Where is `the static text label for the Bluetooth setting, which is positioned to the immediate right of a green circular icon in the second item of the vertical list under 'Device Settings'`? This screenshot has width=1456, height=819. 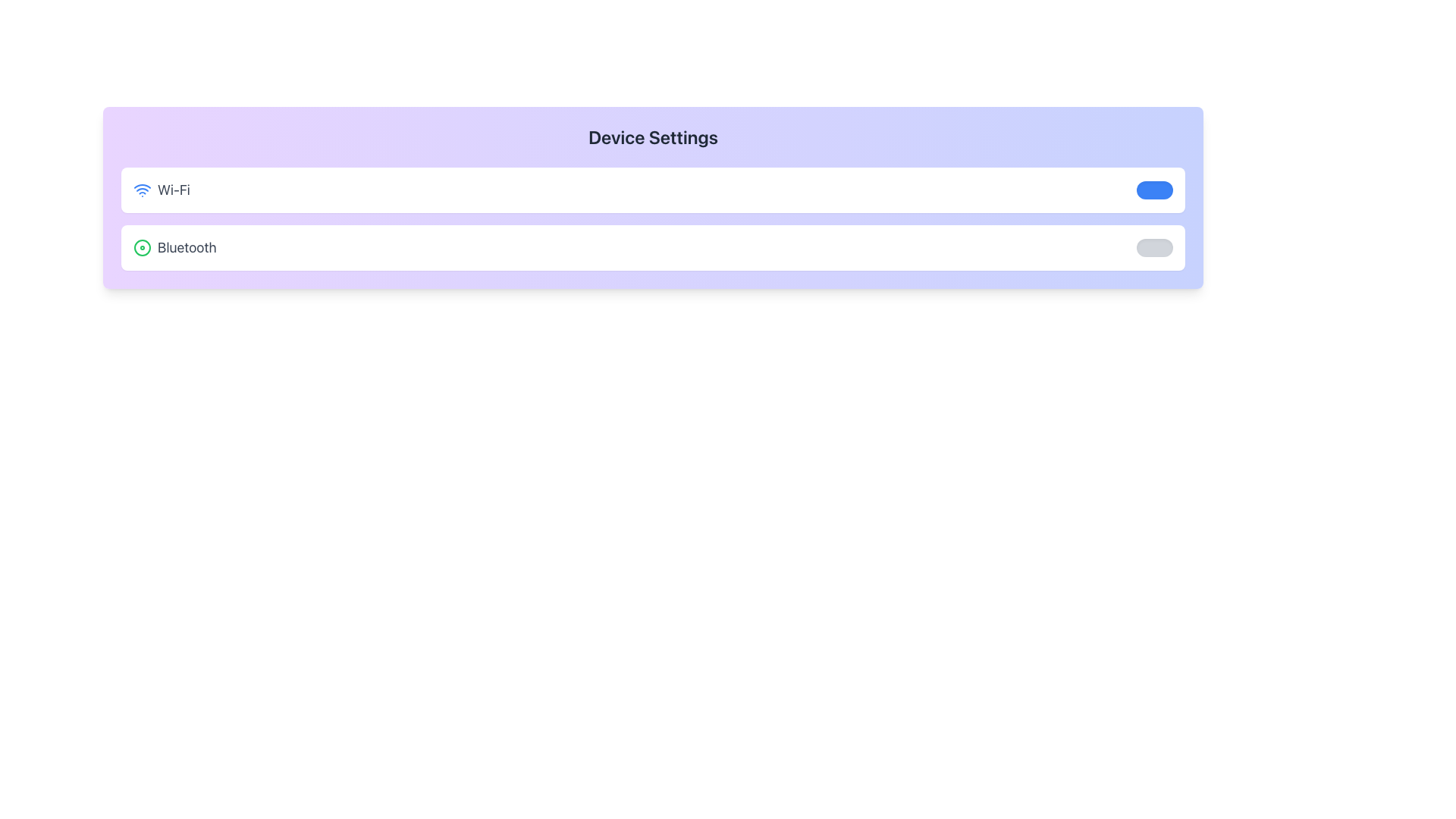 the static text label for the Bluetooth setting, which is positioned to the immediate right of a green circular icon in the second item of the vertical list under 'Device Settings' is located at coordinates (186, 247).